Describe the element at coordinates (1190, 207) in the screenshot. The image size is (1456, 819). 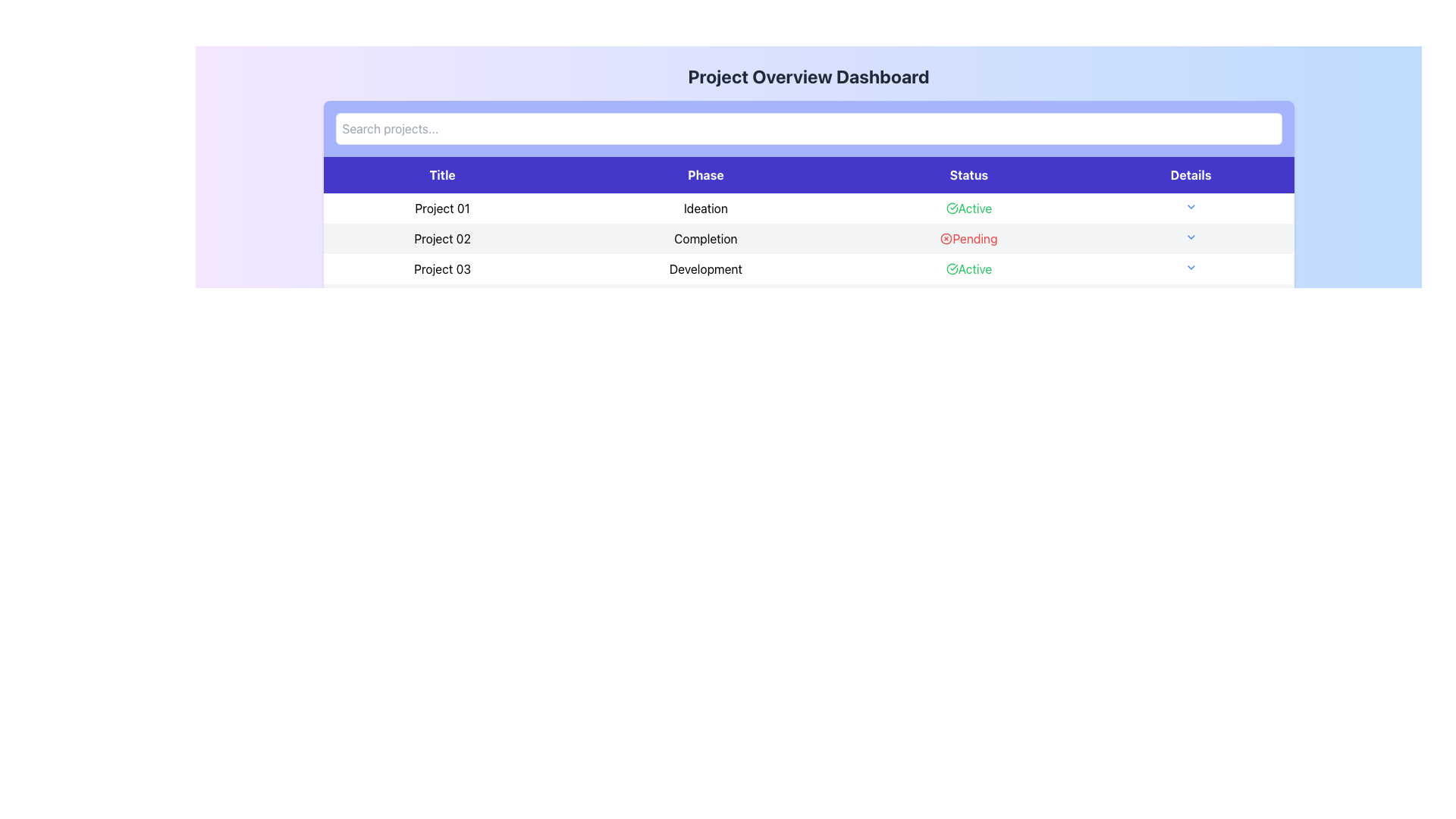
I see `the blue downward arrow icon in the 'Details' column of the first row` at that location.